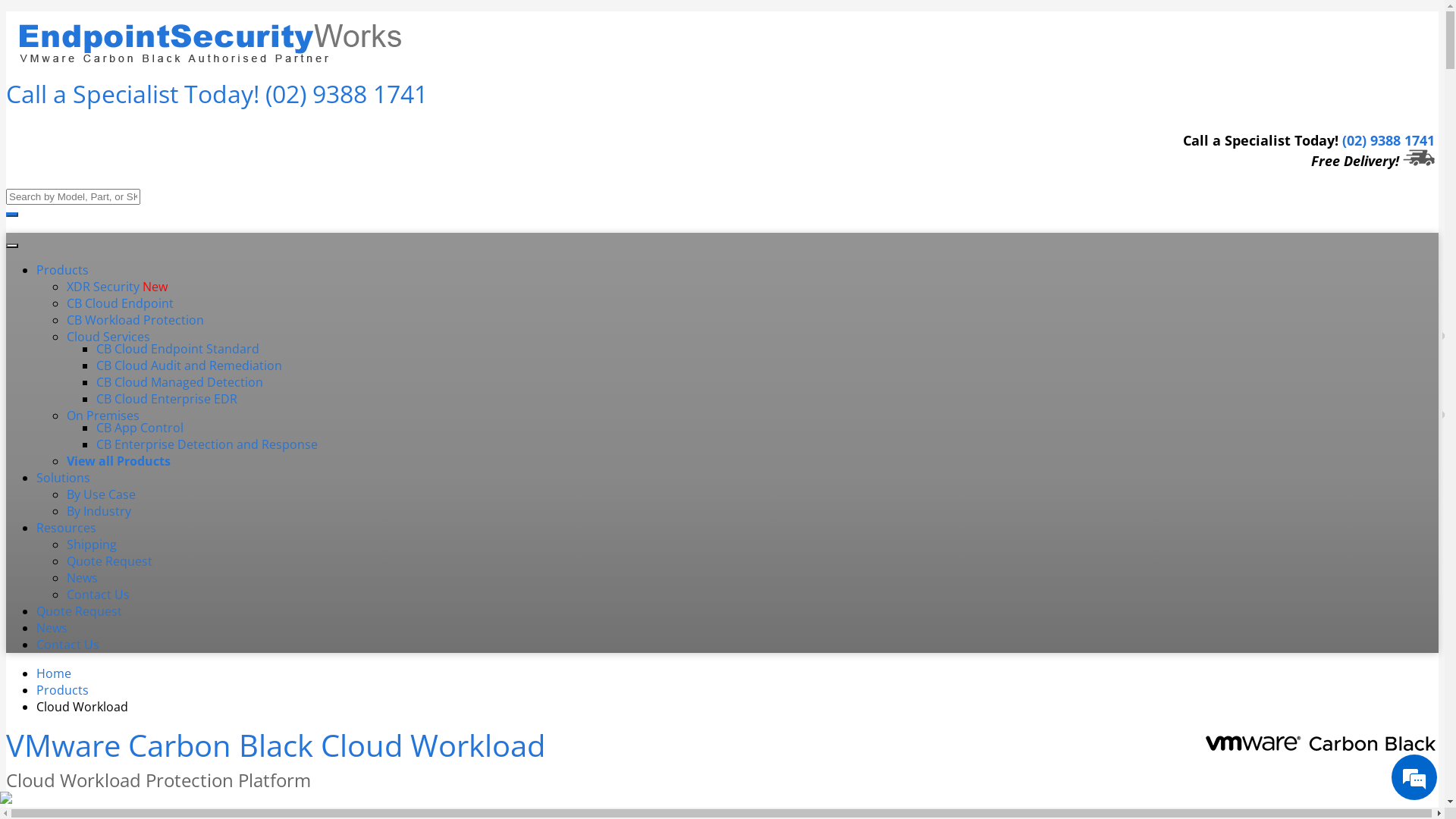  What do you see at coordinates (345, 93) in the screenshot?
I see `'(02) 9388 1741'` at bounding box center [345, 93].